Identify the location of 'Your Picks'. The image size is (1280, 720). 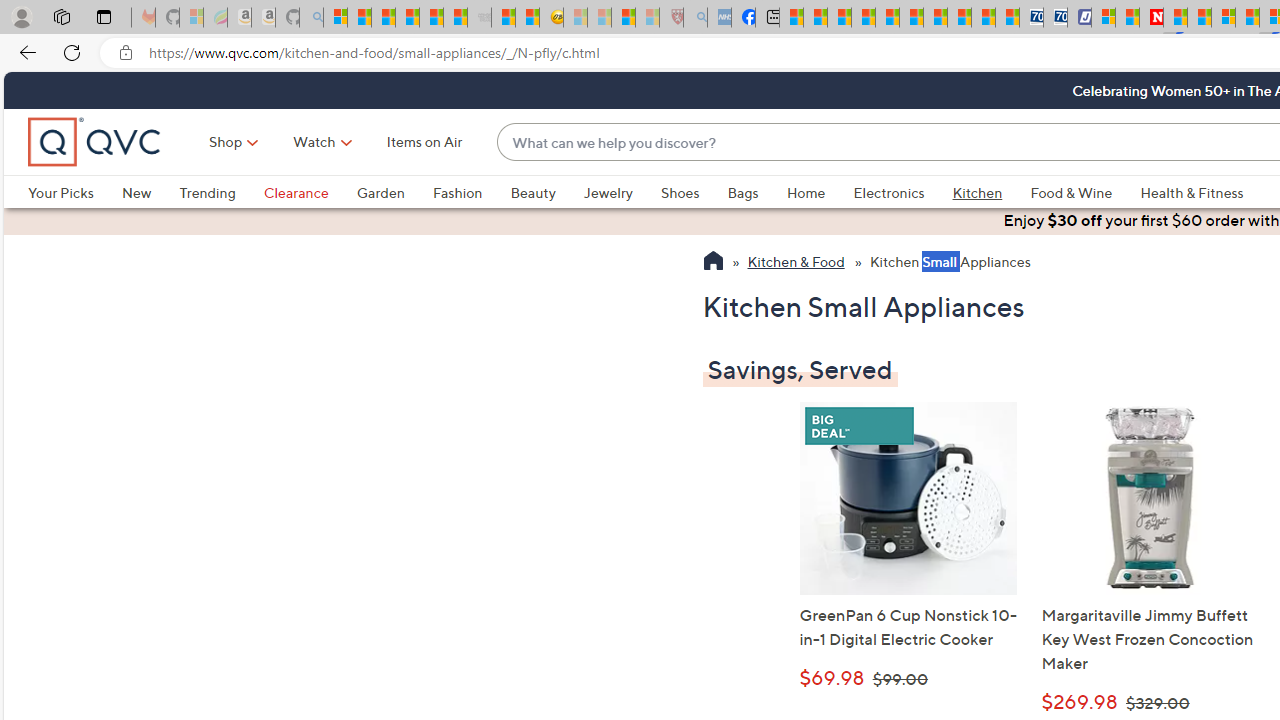
(74, 192).